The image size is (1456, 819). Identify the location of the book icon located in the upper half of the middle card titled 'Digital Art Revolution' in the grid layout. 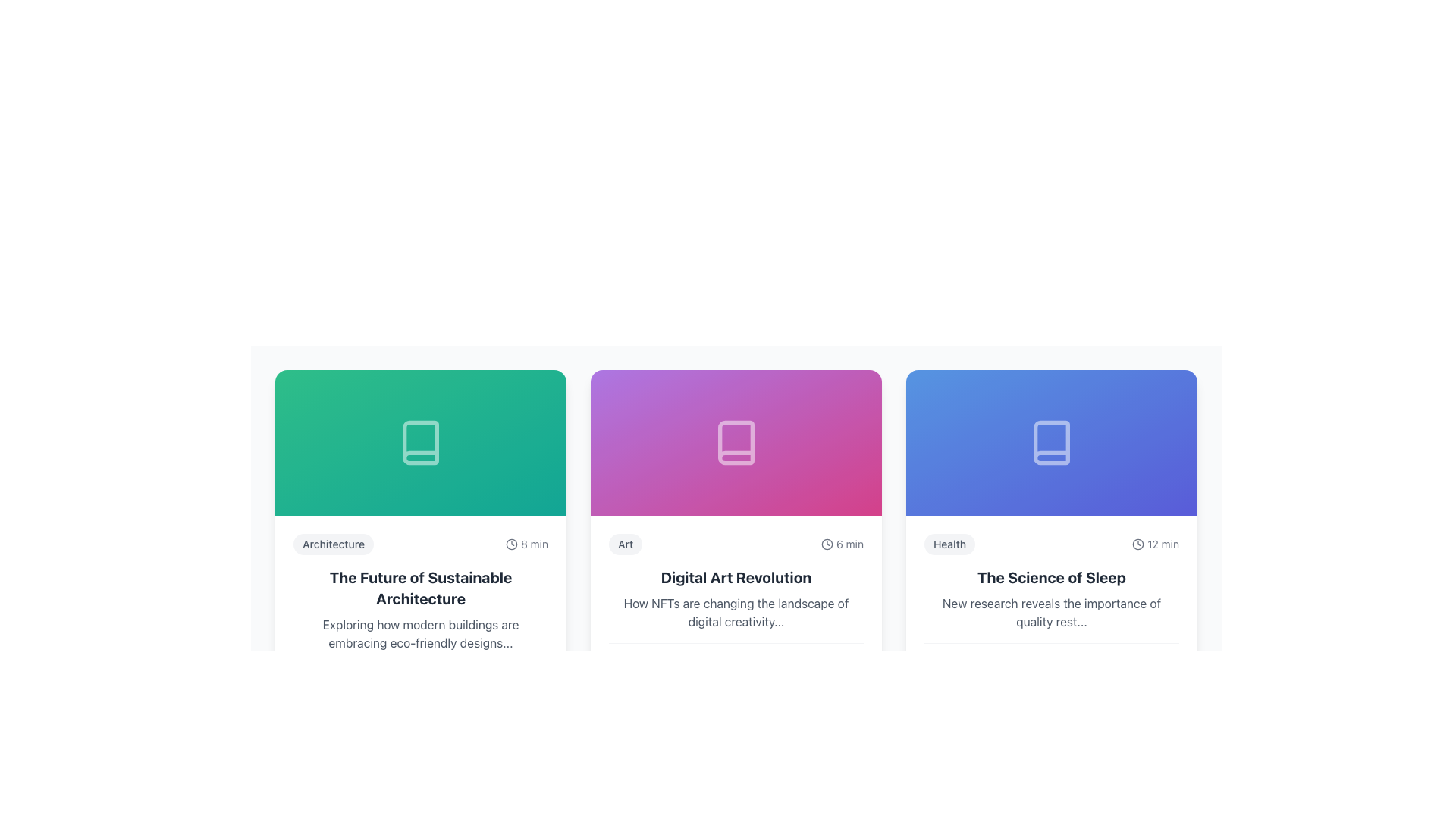
(736, 442).